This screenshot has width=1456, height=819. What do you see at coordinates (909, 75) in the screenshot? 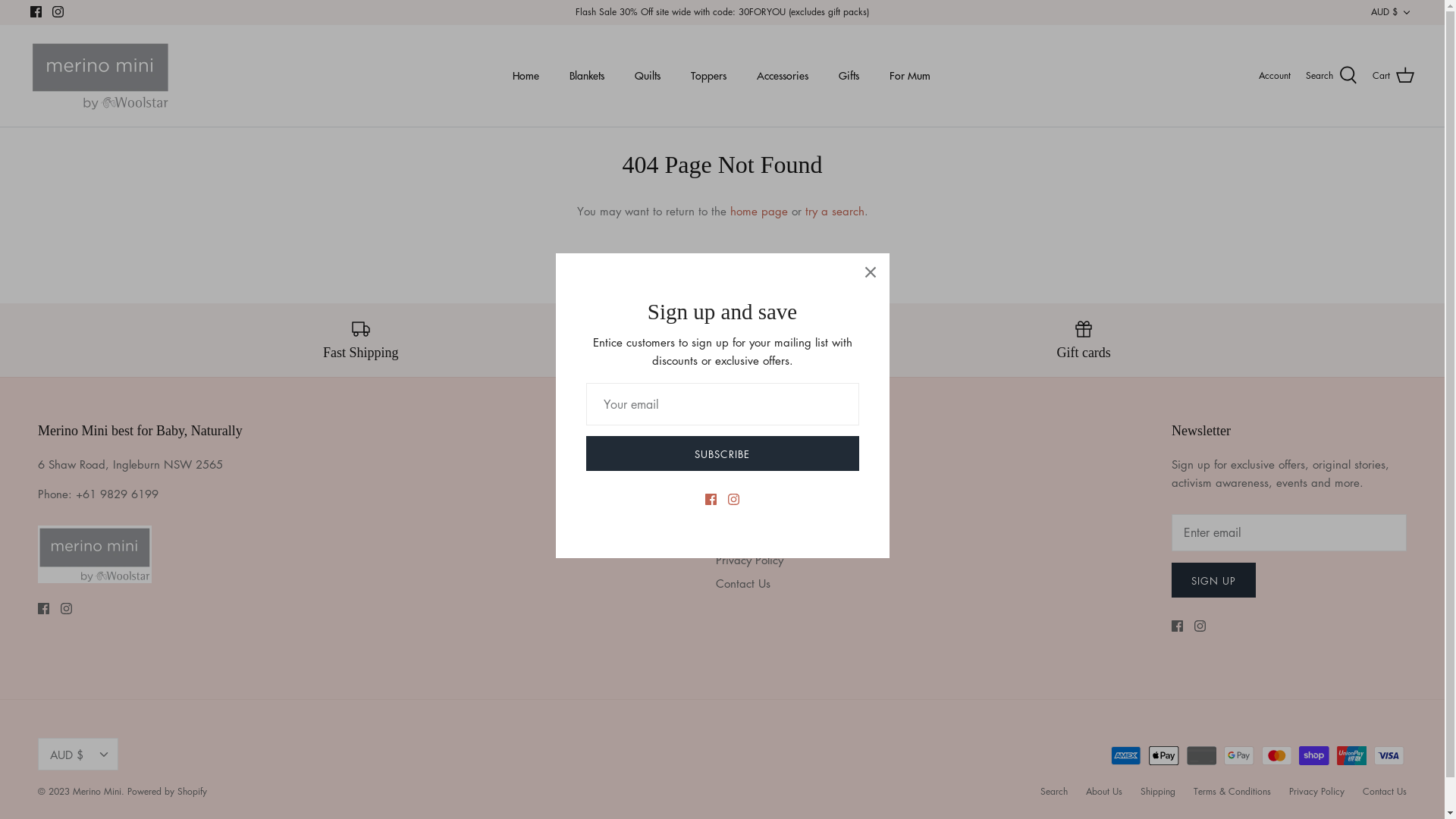
I see `'For Mum'` at bounding box center [909, 75].